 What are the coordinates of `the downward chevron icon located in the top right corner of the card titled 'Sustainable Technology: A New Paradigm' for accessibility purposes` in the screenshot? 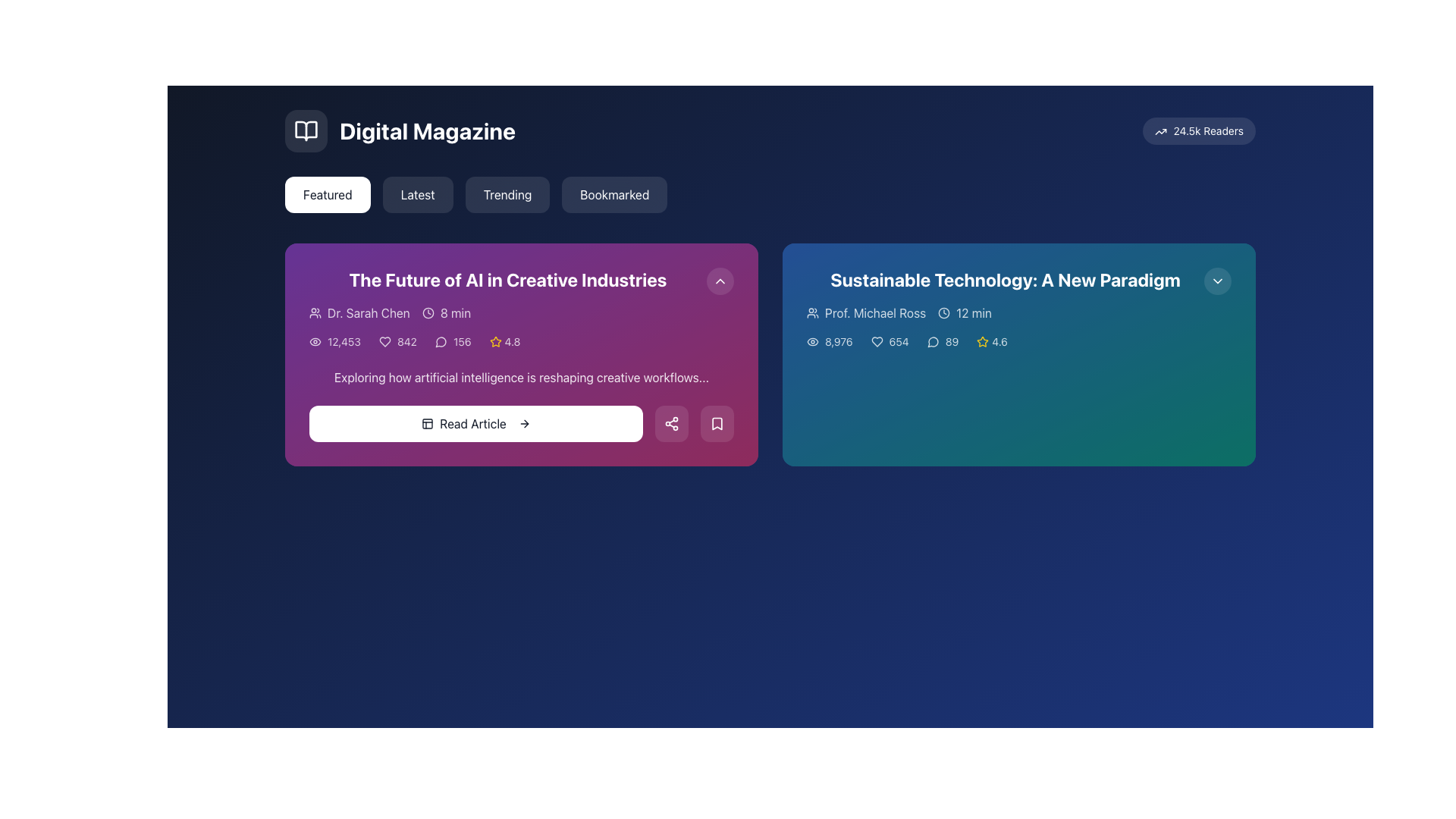 It's located at (1218, 281).